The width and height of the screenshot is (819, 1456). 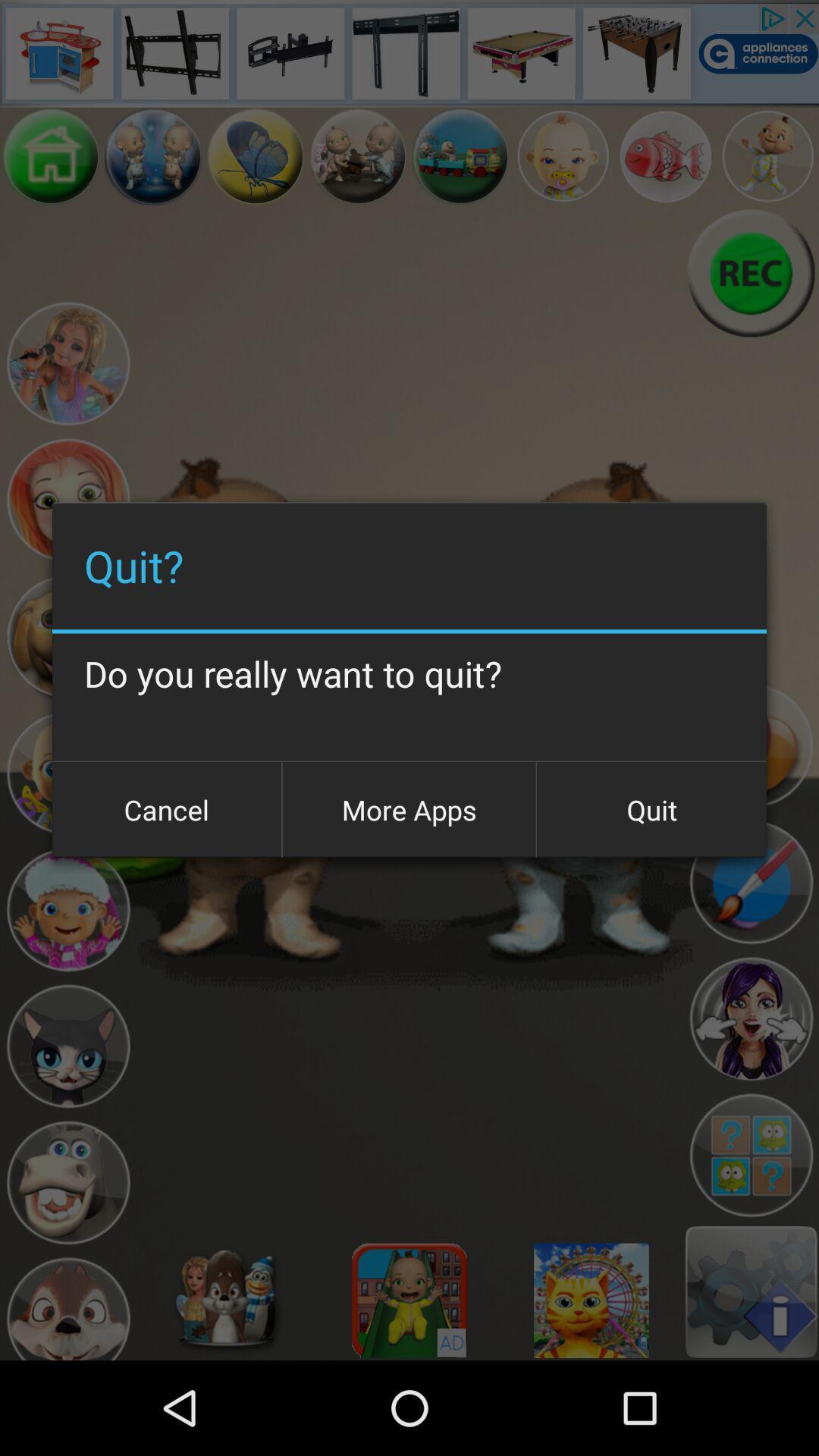 What do you see at coordinates (50, 167) in the screenshot?
I see `the home icon` at bounding box center [50, 167].